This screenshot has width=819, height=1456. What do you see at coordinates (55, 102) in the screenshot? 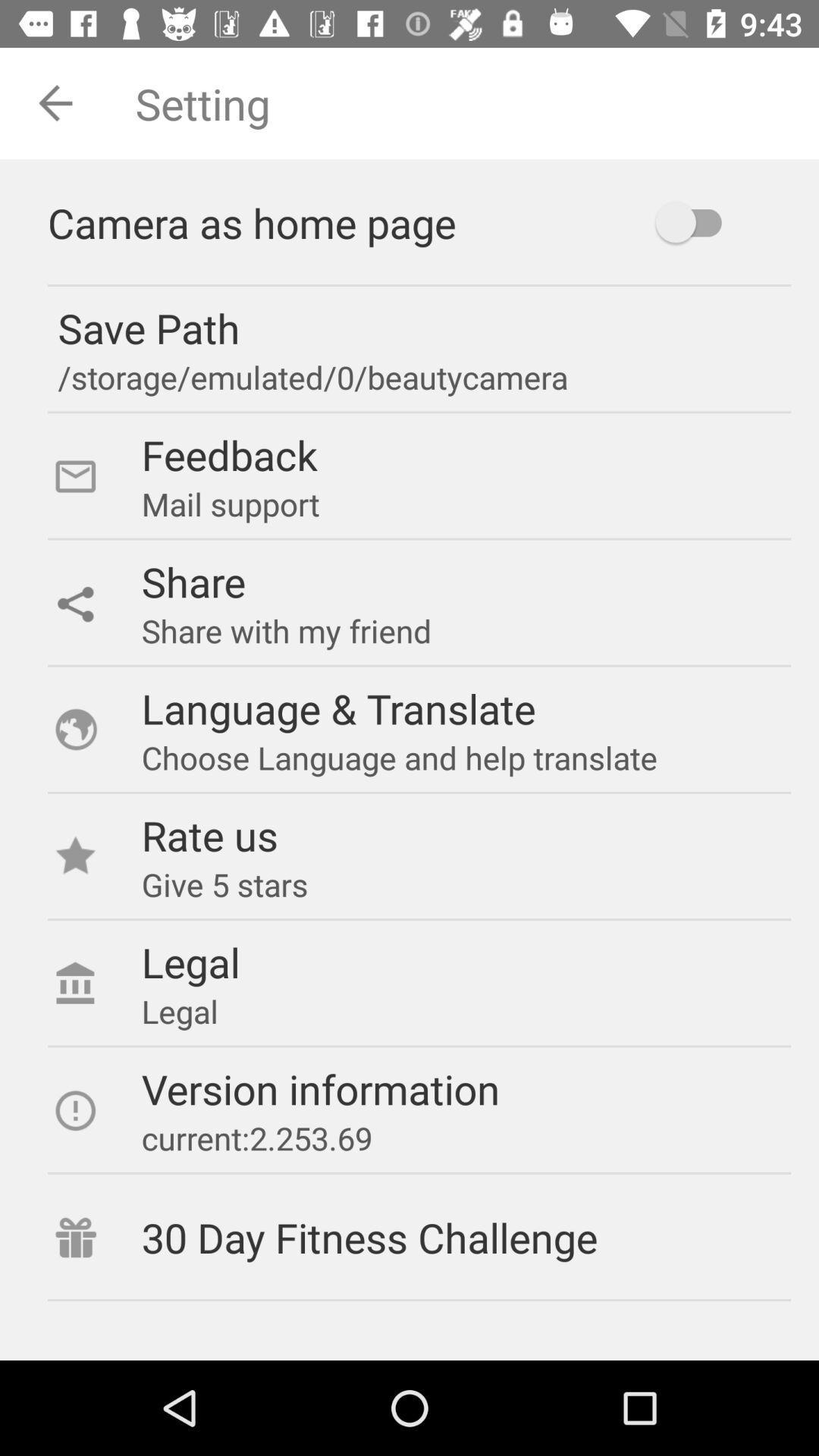
I see `the arrow_backward icon` at bounding box center [55, 102].